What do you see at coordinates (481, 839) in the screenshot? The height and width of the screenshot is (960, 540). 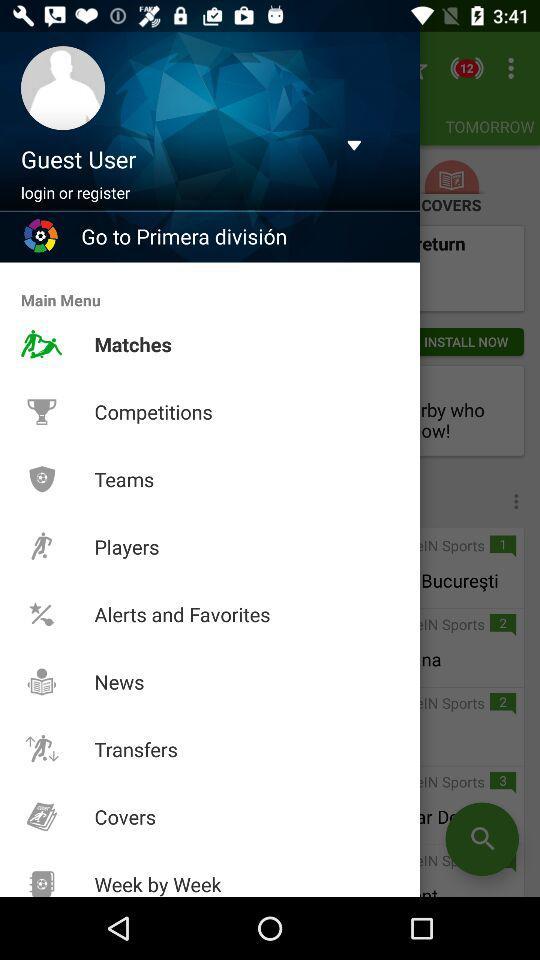 I see `the search icon` at bounding box center [481, 839].